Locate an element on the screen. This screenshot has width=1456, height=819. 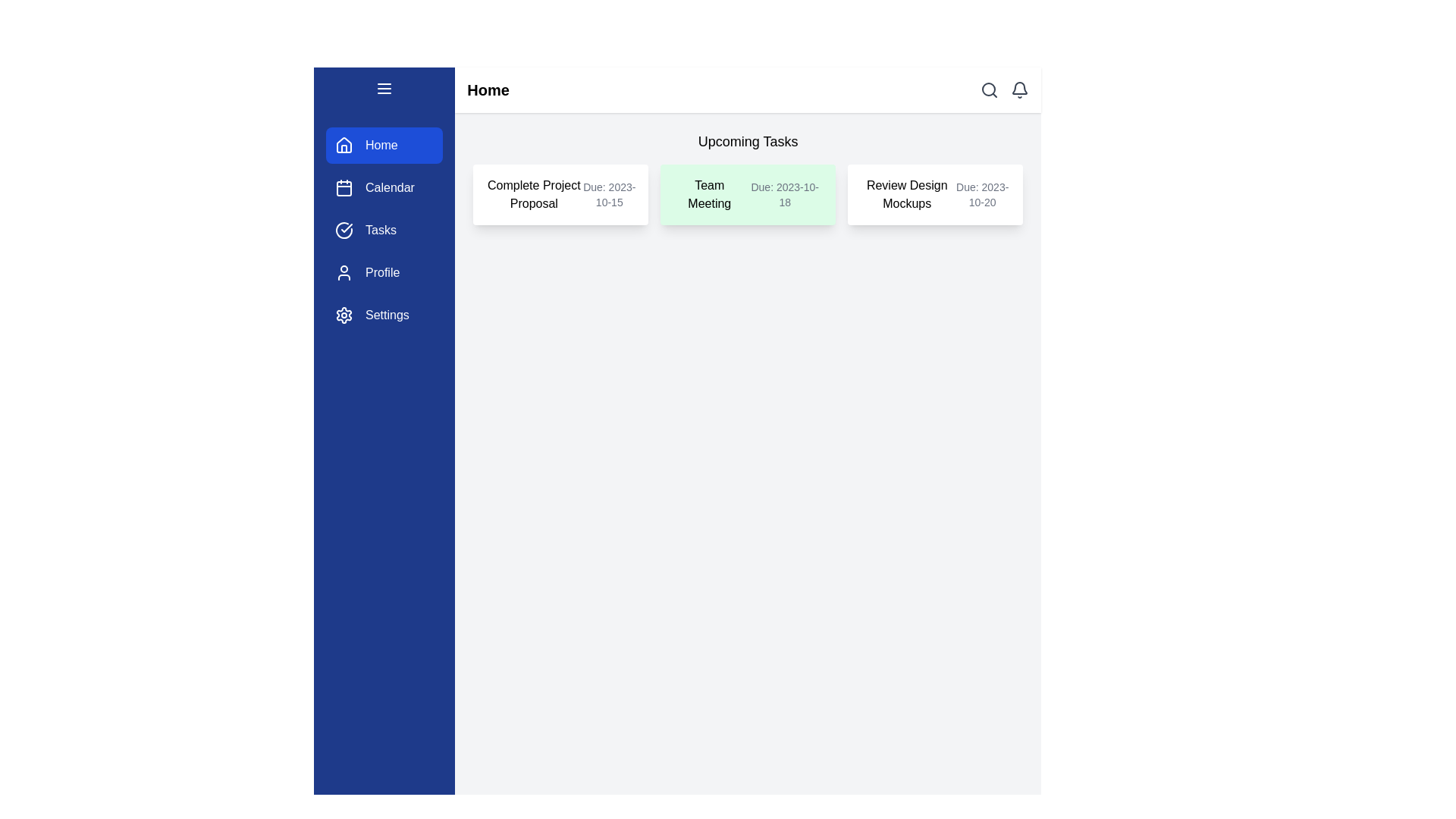
the gear icon representing settings in the navigation bar is located at coordinates (344, 315).